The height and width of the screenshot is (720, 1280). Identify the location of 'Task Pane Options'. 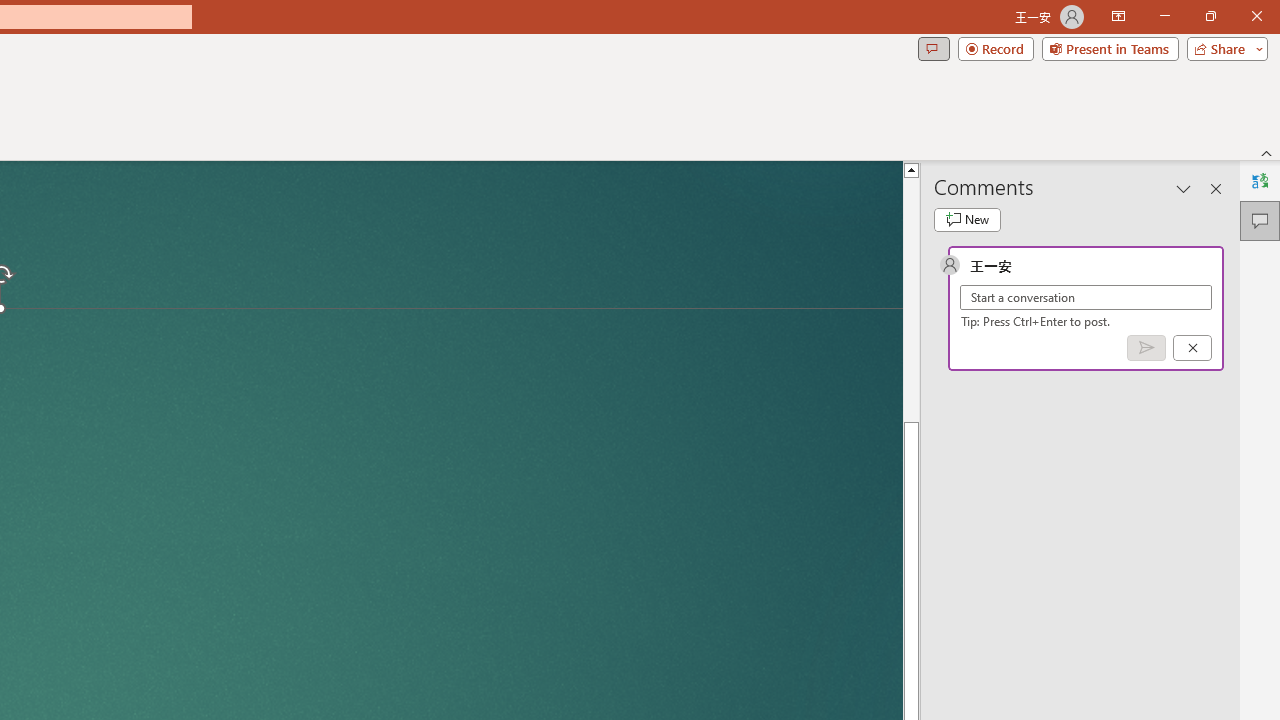
(1184, 189).